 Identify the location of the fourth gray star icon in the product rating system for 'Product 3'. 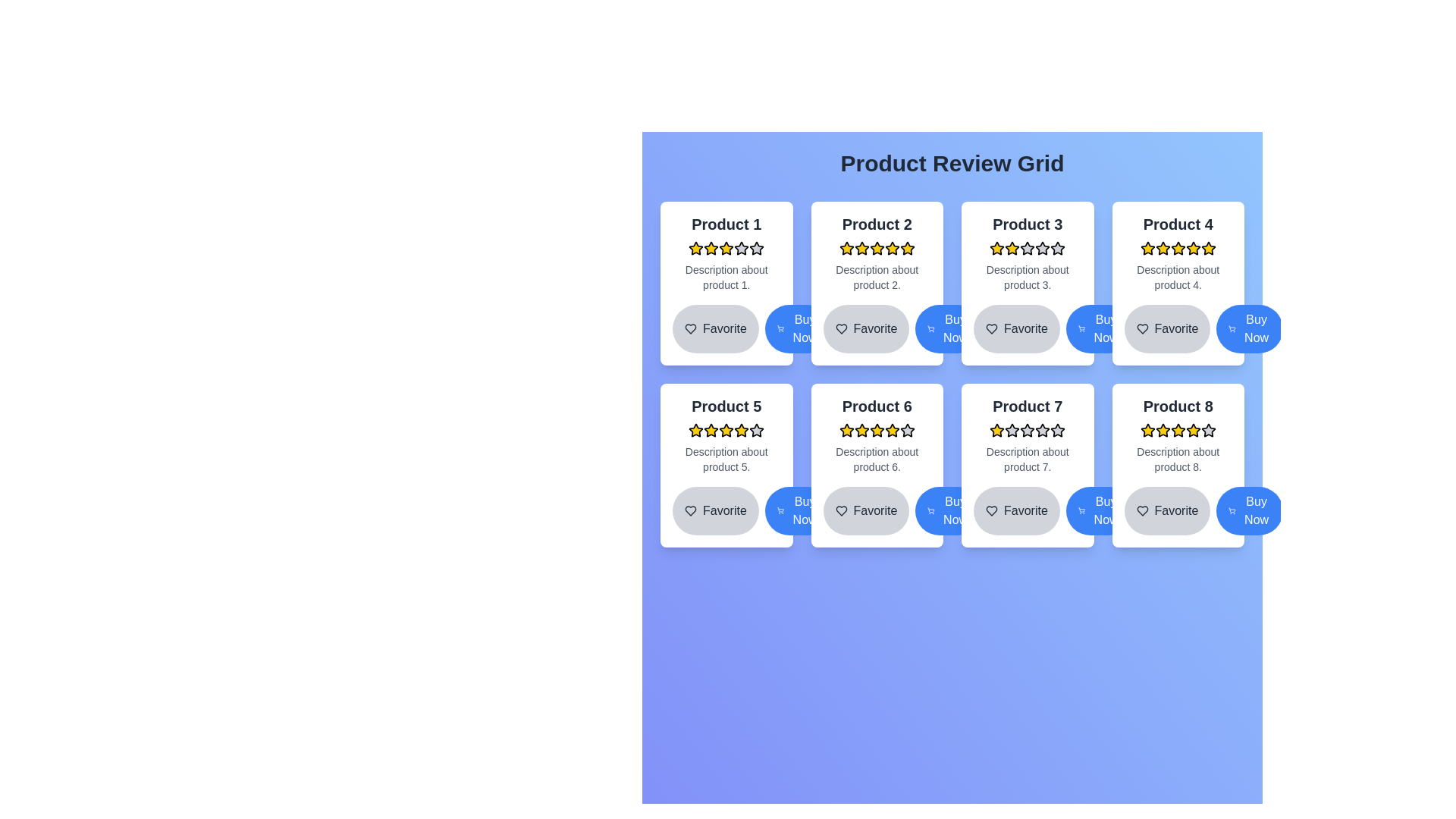
(1028, 247).